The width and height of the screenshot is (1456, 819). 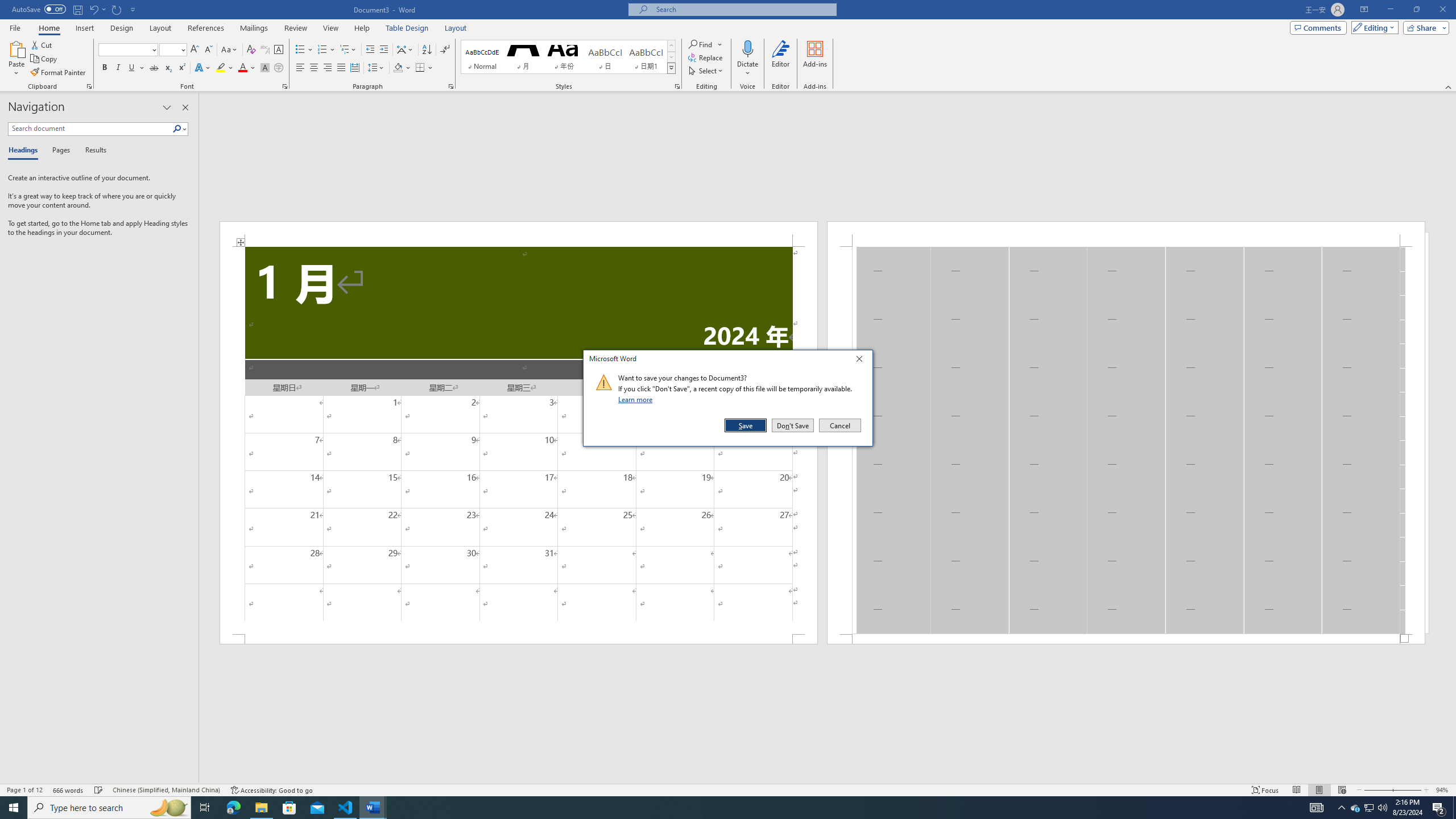 What do you see at coordinates (1126, 638) in the screenshot?
I see `'Footer -Section 1-'` at bounding box center [1126, 638].